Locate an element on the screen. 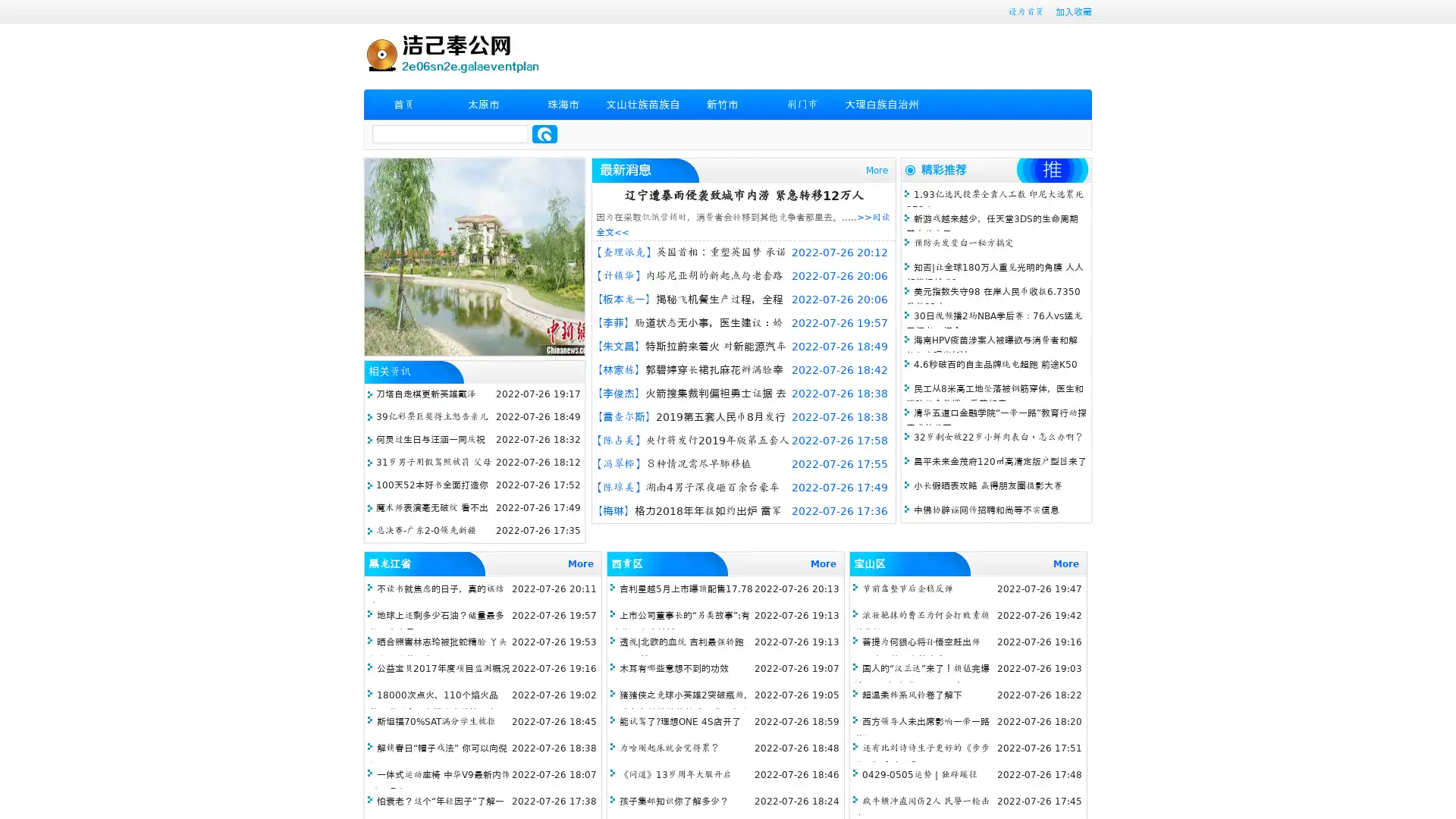  Search is located at coordinates (544, 133).